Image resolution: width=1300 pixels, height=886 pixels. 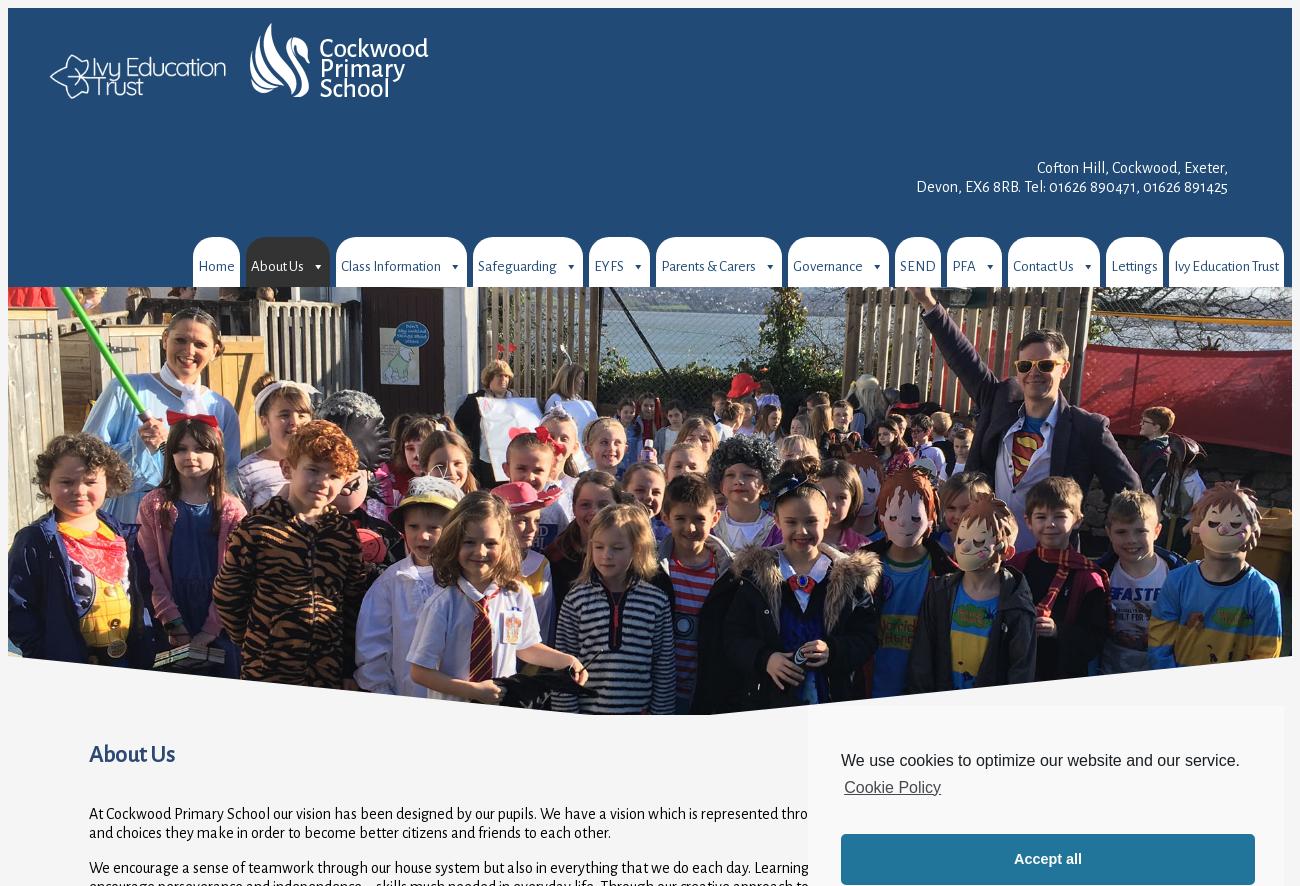 What do you see at coordinates (550, 454) in the screenshot?
I see `'Internet Safety for Children'` at bounding box center [550, 454].